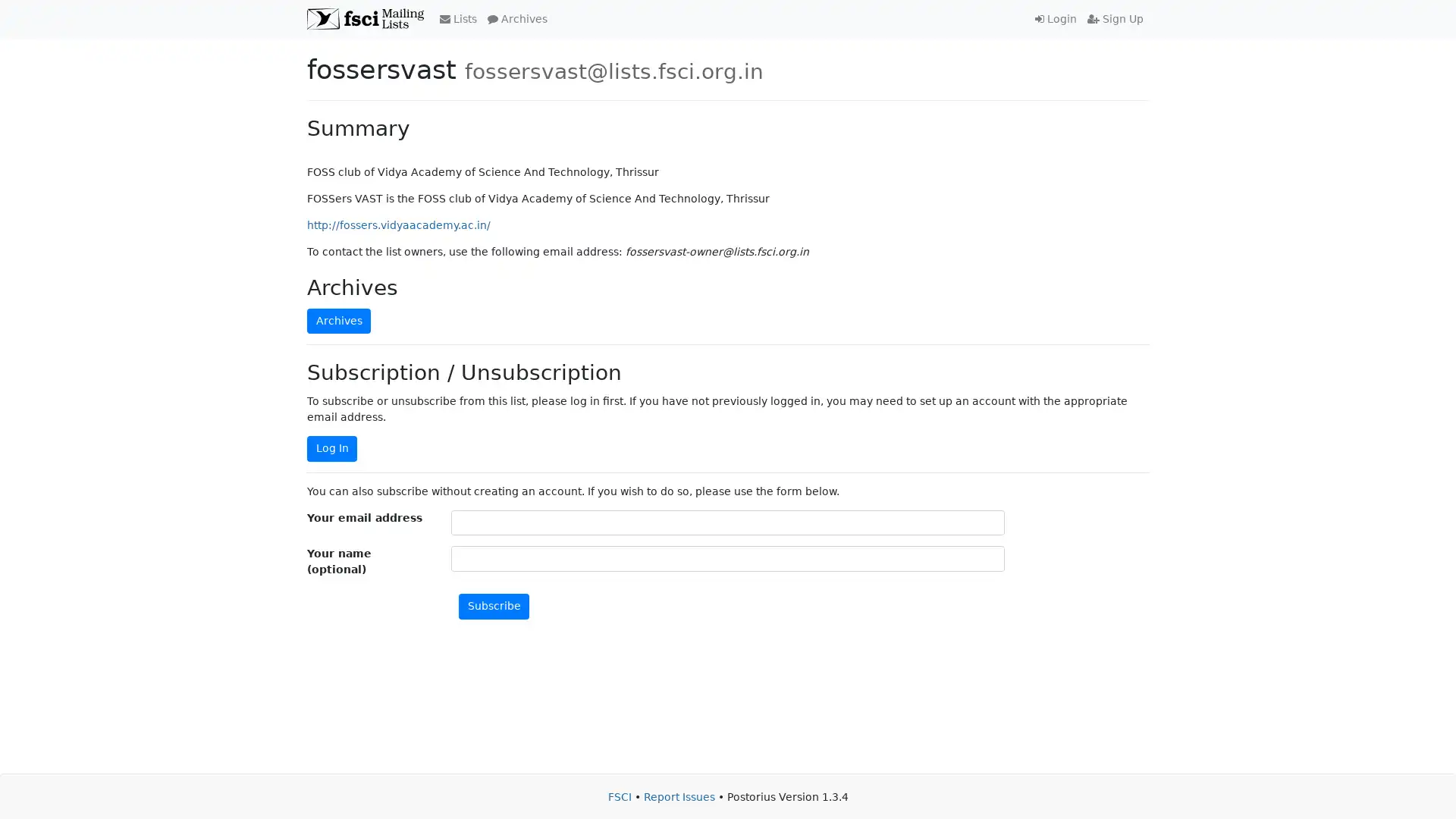  Describe the element at coordinates (494, 605) in the screenshot. I see `Subscribe` at that location.